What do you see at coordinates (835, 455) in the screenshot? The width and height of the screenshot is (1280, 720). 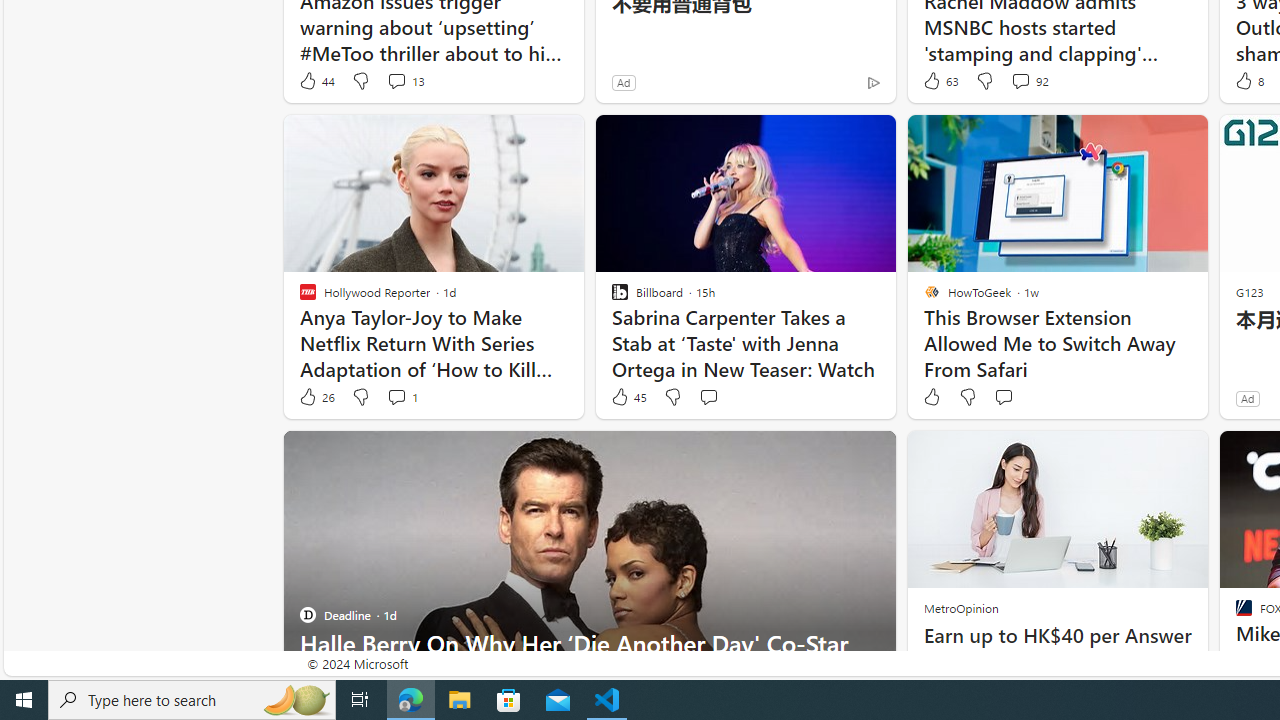 I see `'Hide this story'` at bounding box center [835, 455].